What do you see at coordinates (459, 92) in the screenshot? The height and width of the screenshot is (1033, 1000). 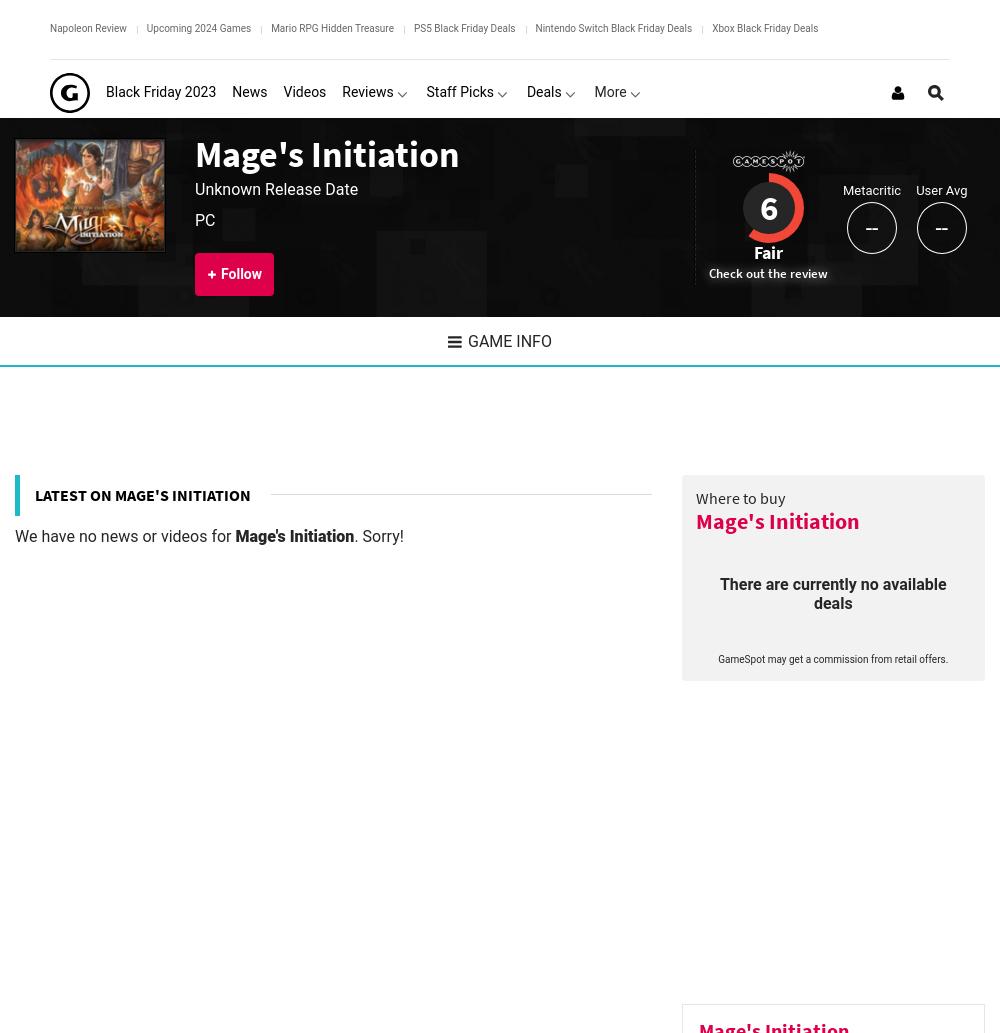 I see `'Staff Picks'` at bounding box center [459, 92].